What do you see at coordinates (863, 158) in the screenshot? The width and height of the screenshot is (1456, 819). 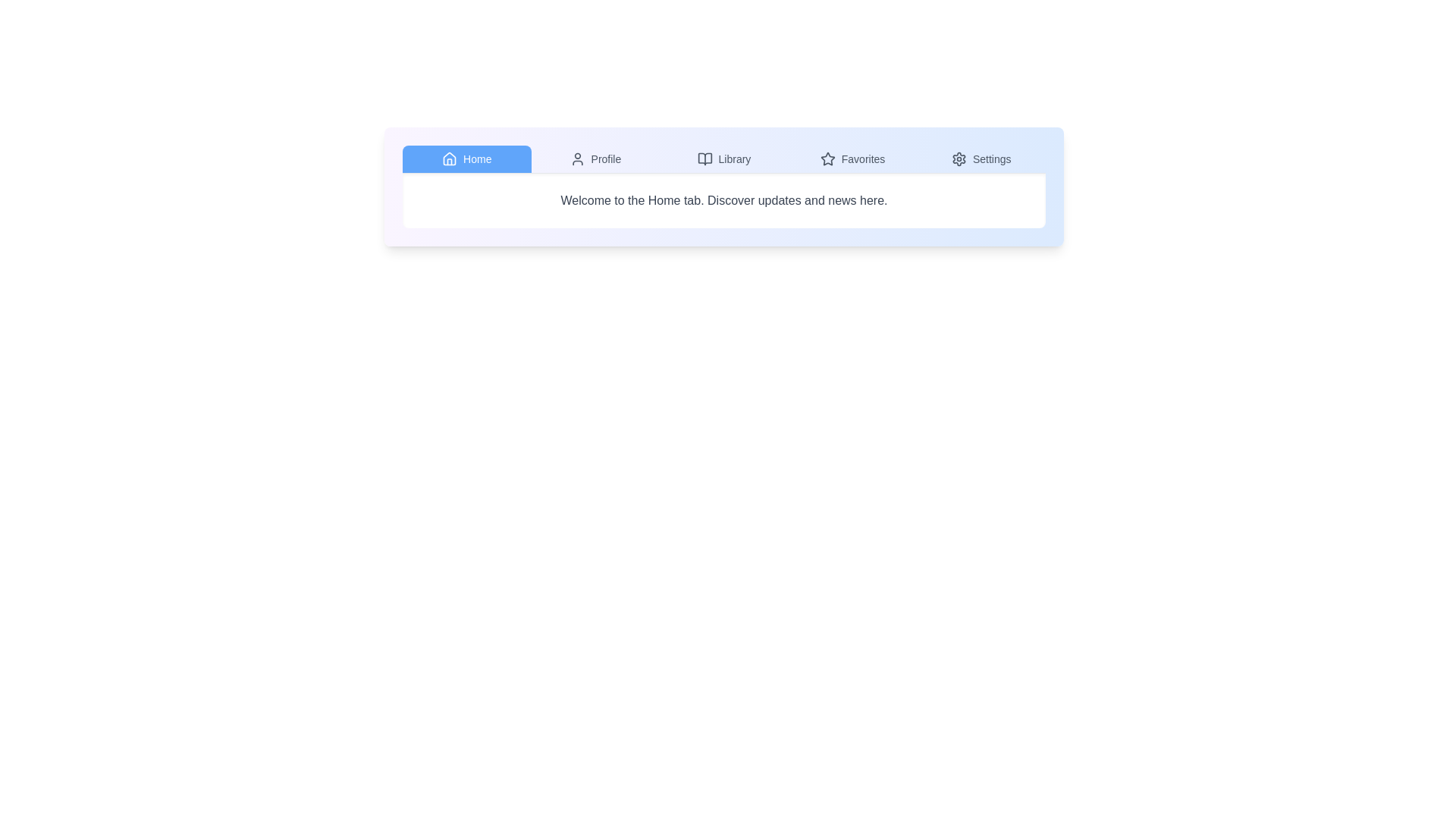 I see `the 'Favorites' text label in the horizontal menu bar` at bounding box center [863, 158].